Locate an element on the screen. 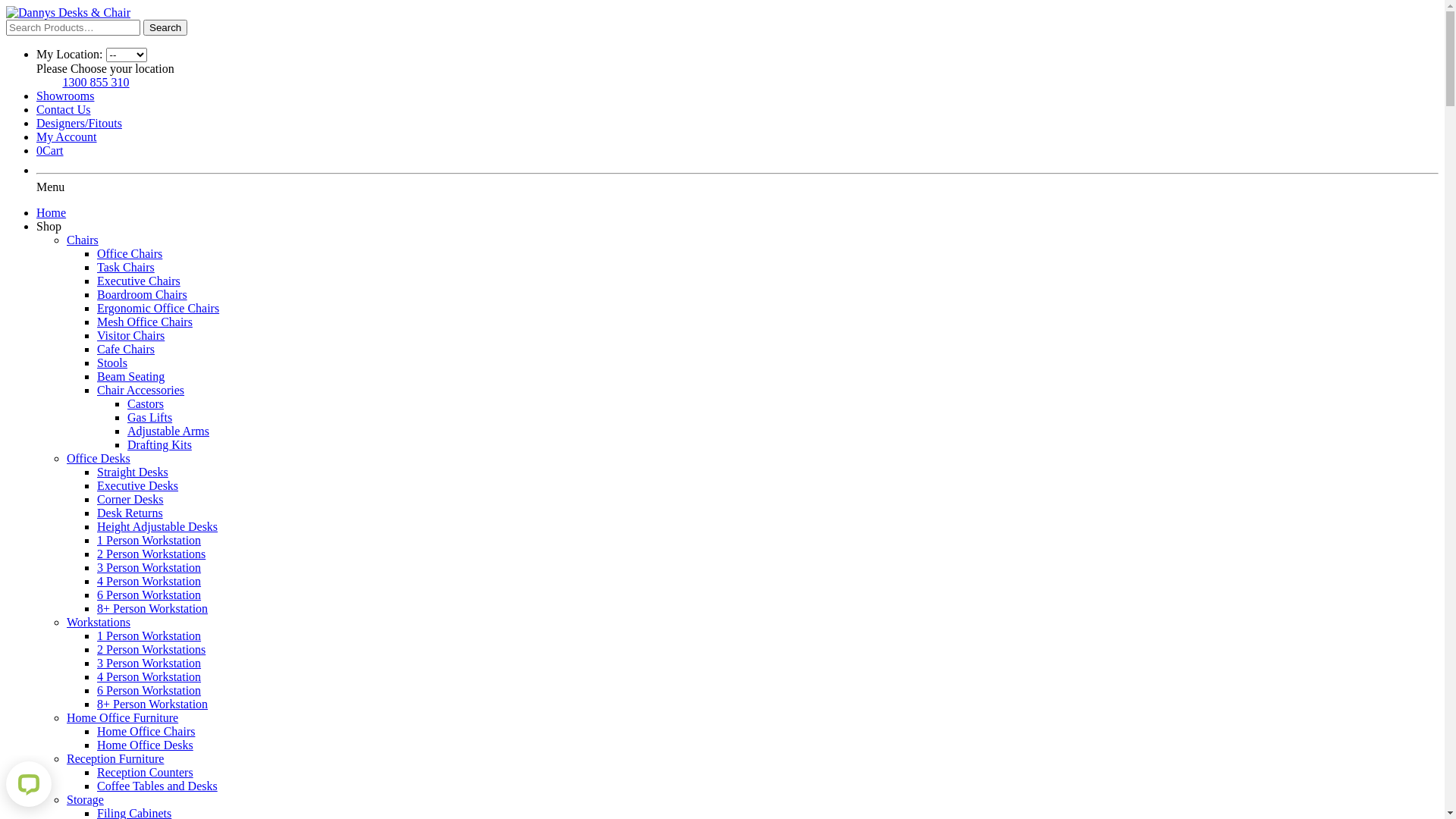  'Search' is located at coordinates (165, 27).